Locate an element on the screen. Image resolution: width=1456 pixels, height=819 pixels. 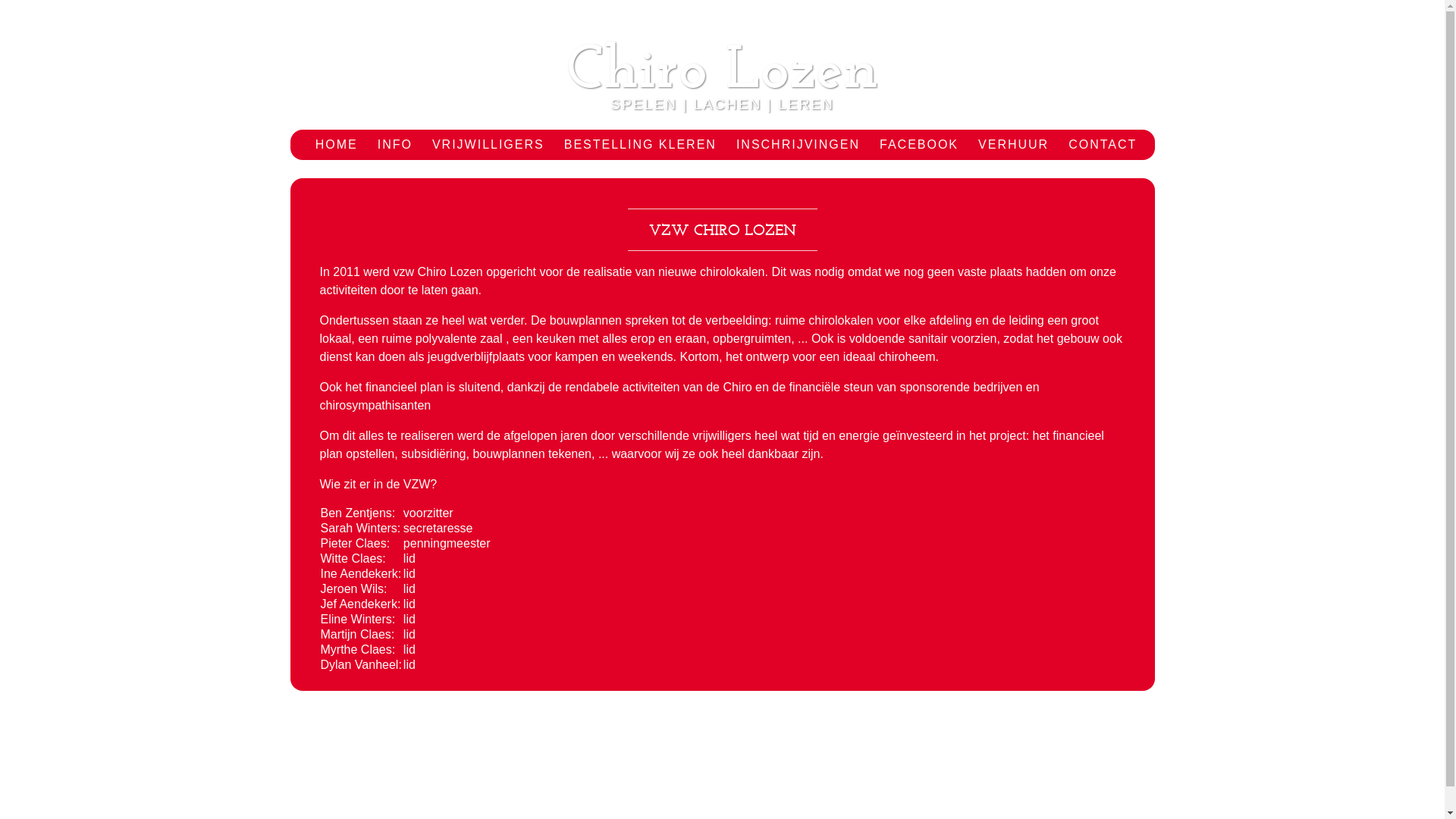
'BESTELLING KLEREN' is located at coordinates (640, 145).